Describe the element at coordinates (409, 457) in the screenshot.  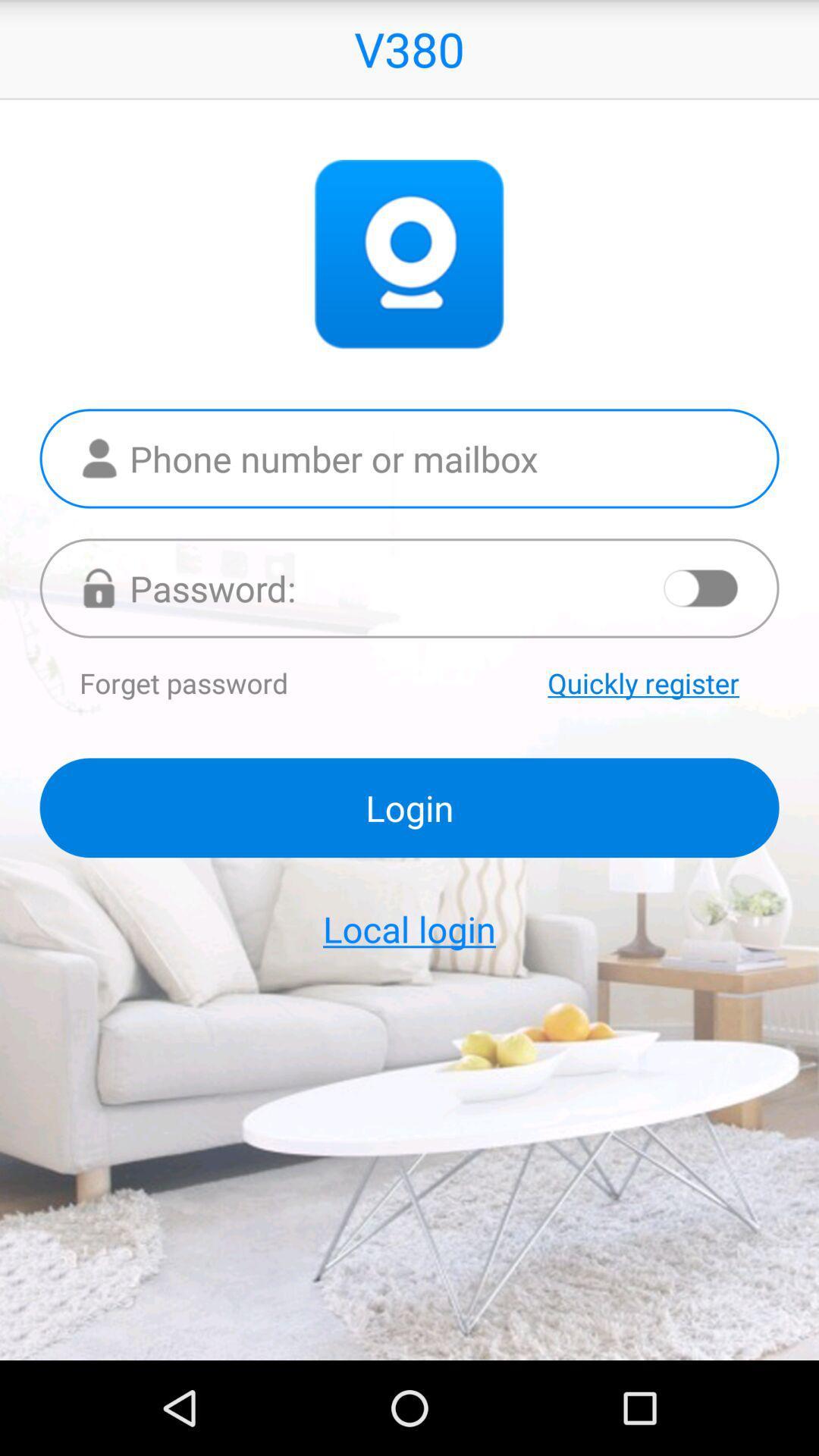
I see `your phone number or email` at that location.